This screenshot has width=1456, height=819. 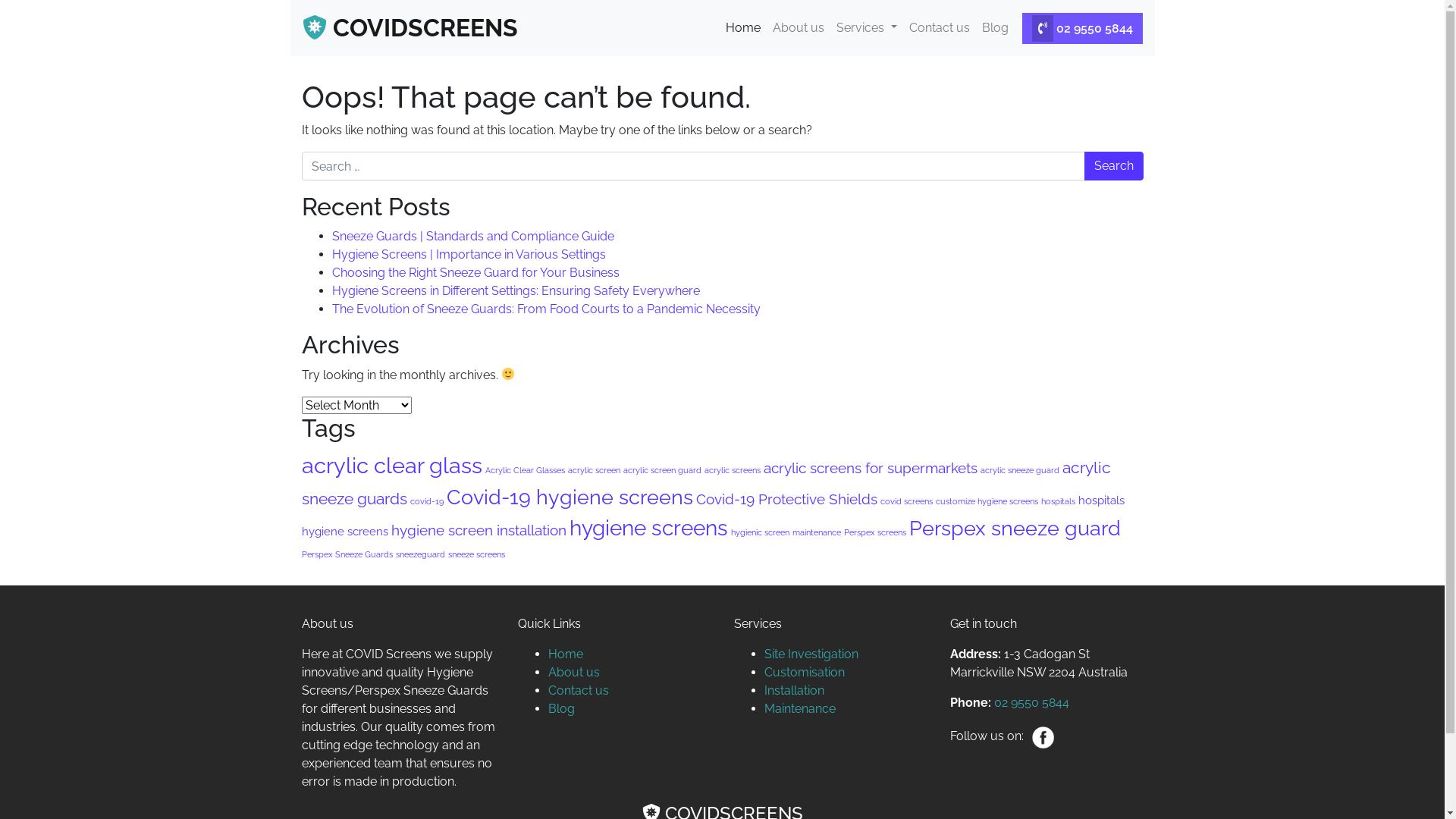 What do you see at coordinates (760, 532) in the screenshot?
I see `'hygienic screen'` at bounding box center [760, 532].